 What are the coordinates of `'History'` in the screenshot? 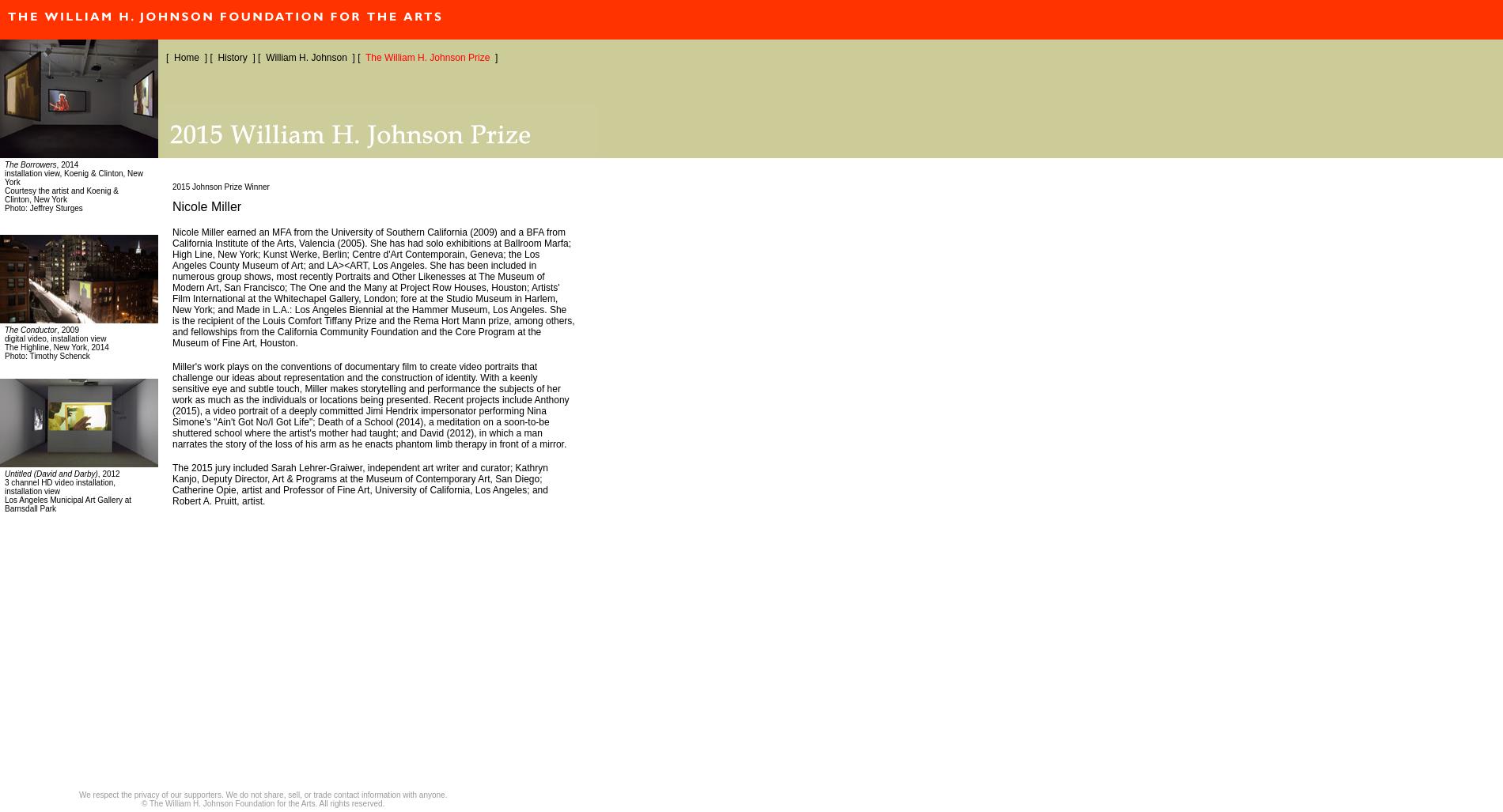 It's located at (231, 57).